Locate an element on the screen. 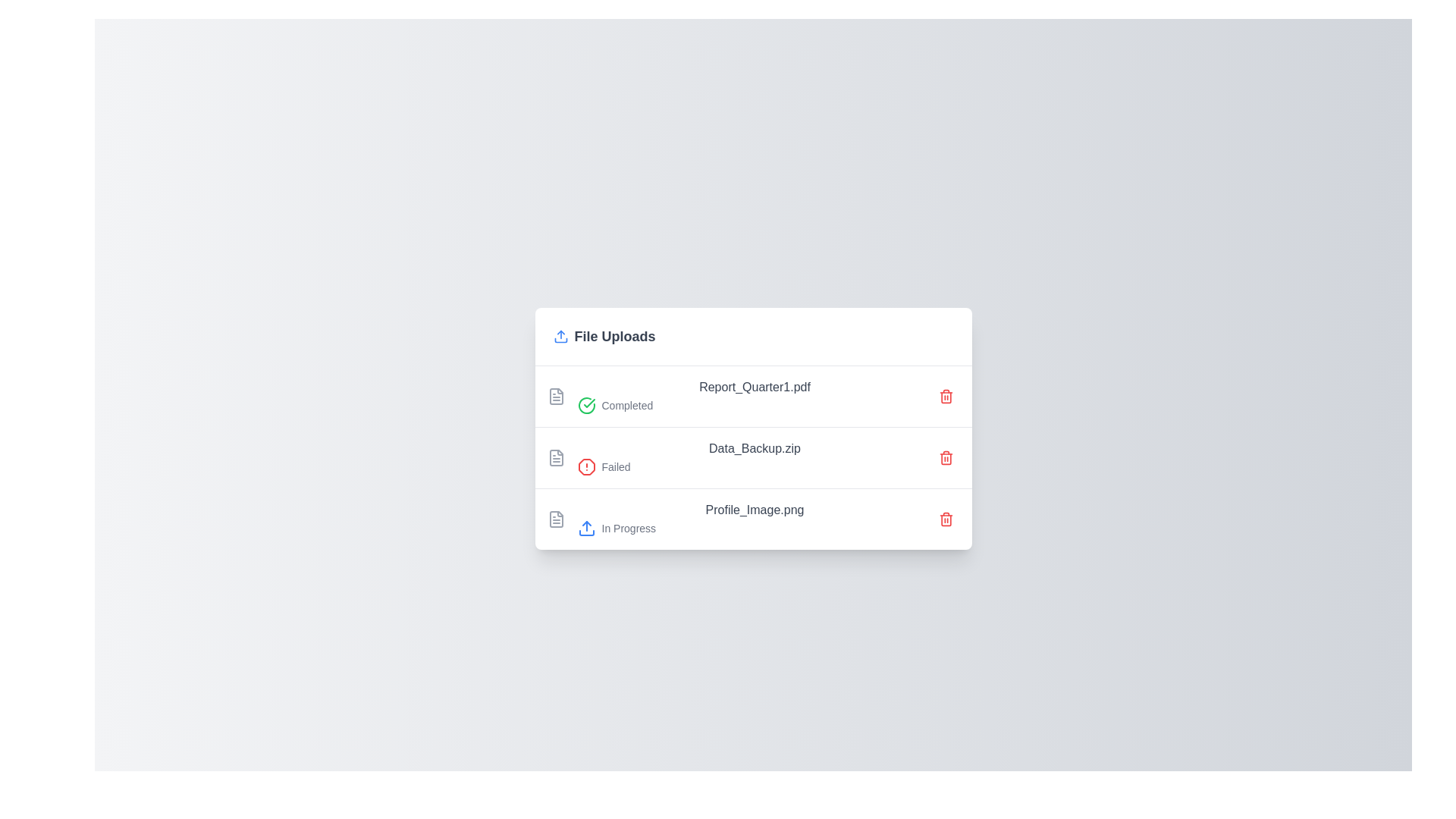 This screenshot has width=1456, height=819. the 'In Progress' status icon located in the third row of the file upload status list, which is aligned to the left of the 'In Progress' status label is located at coordinates (585, 527).